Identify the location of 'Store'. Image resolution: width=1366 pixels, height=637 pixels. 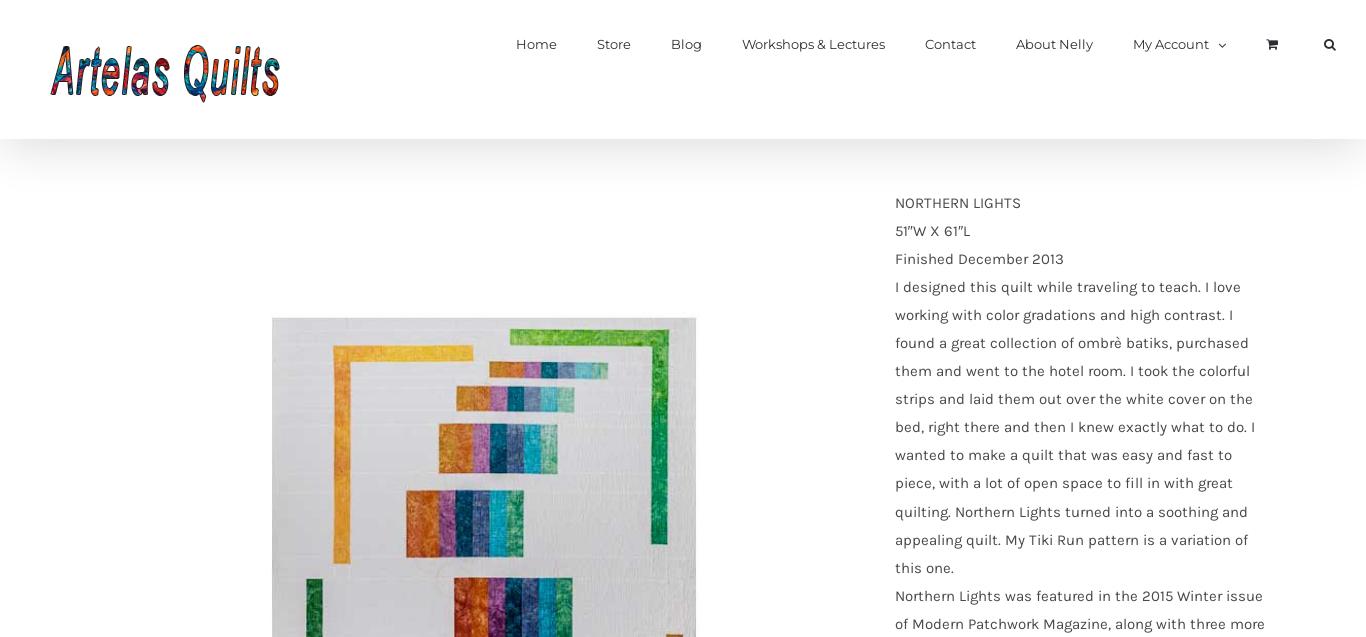
(613, 44).